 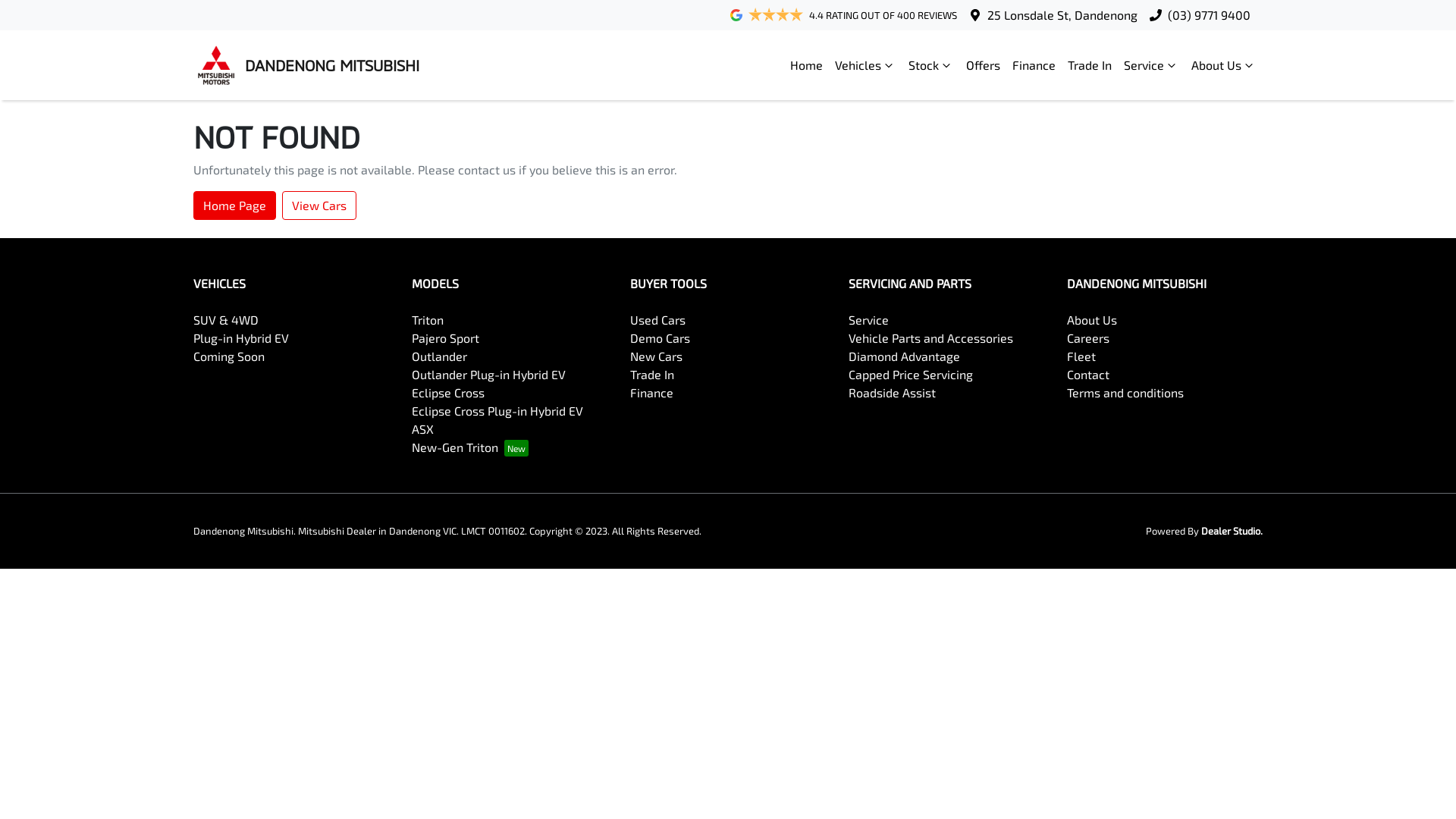 What do you see at coordinates (447, 391) in the screenshot?
I see `'Eclipse Cross'` at bounding box center [447, 391].